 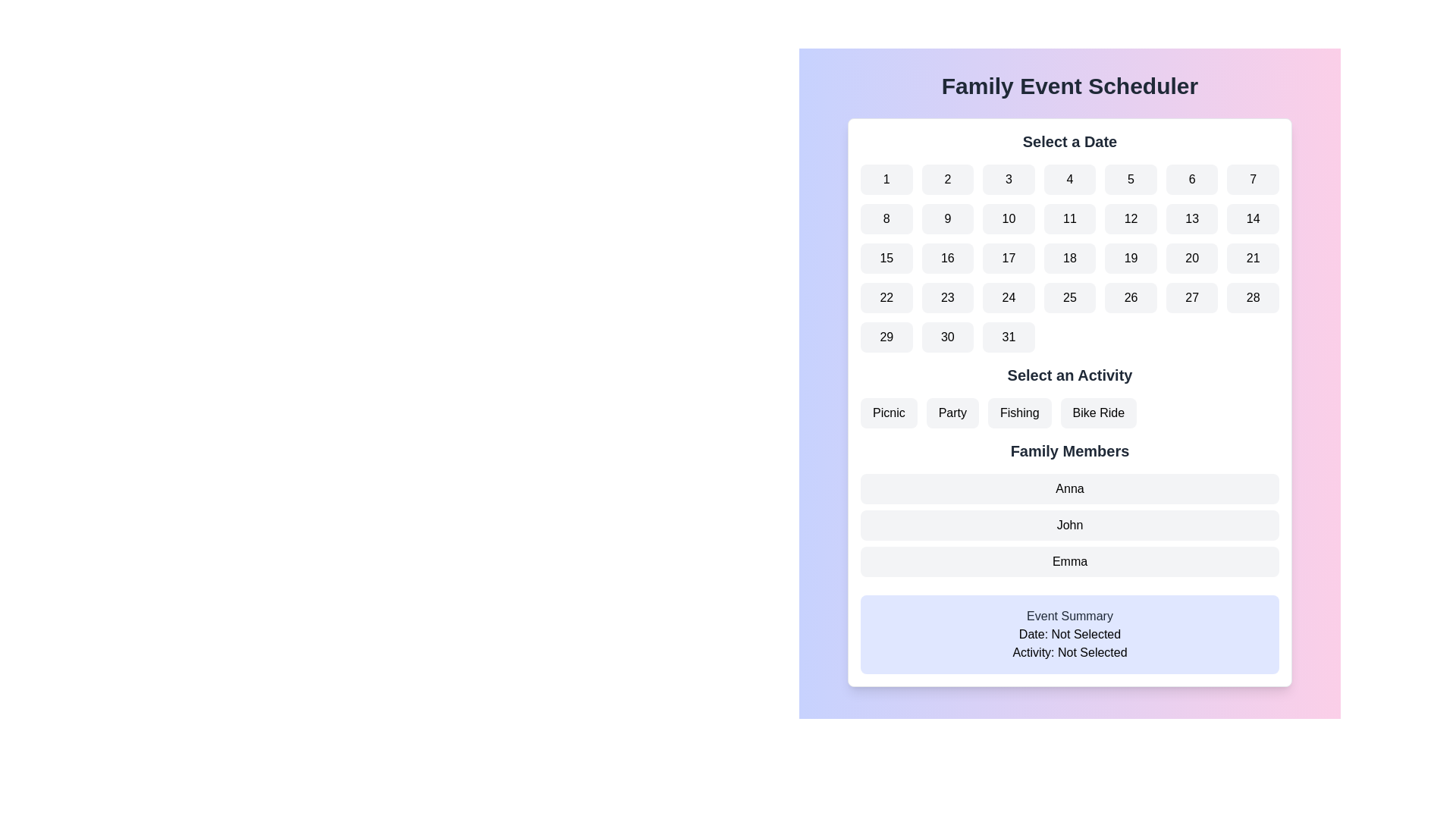 What do you see at coordinates (1253, 257) in the screenshot?
I see `the rounded rectangle button displaying the number '21' in black font, located in the seventh column of the third row` at bounding box center [1253, 257].